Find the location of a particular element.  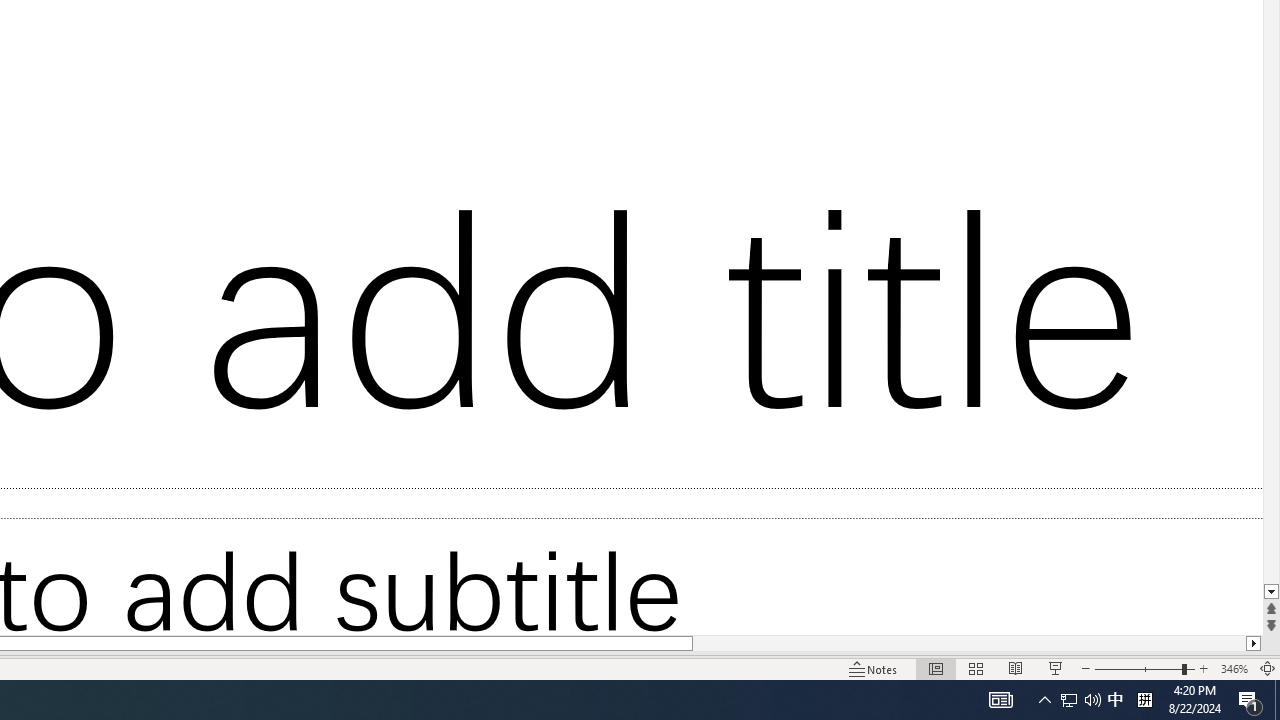

'Slide Show' is located at coordinates (1055, 669).